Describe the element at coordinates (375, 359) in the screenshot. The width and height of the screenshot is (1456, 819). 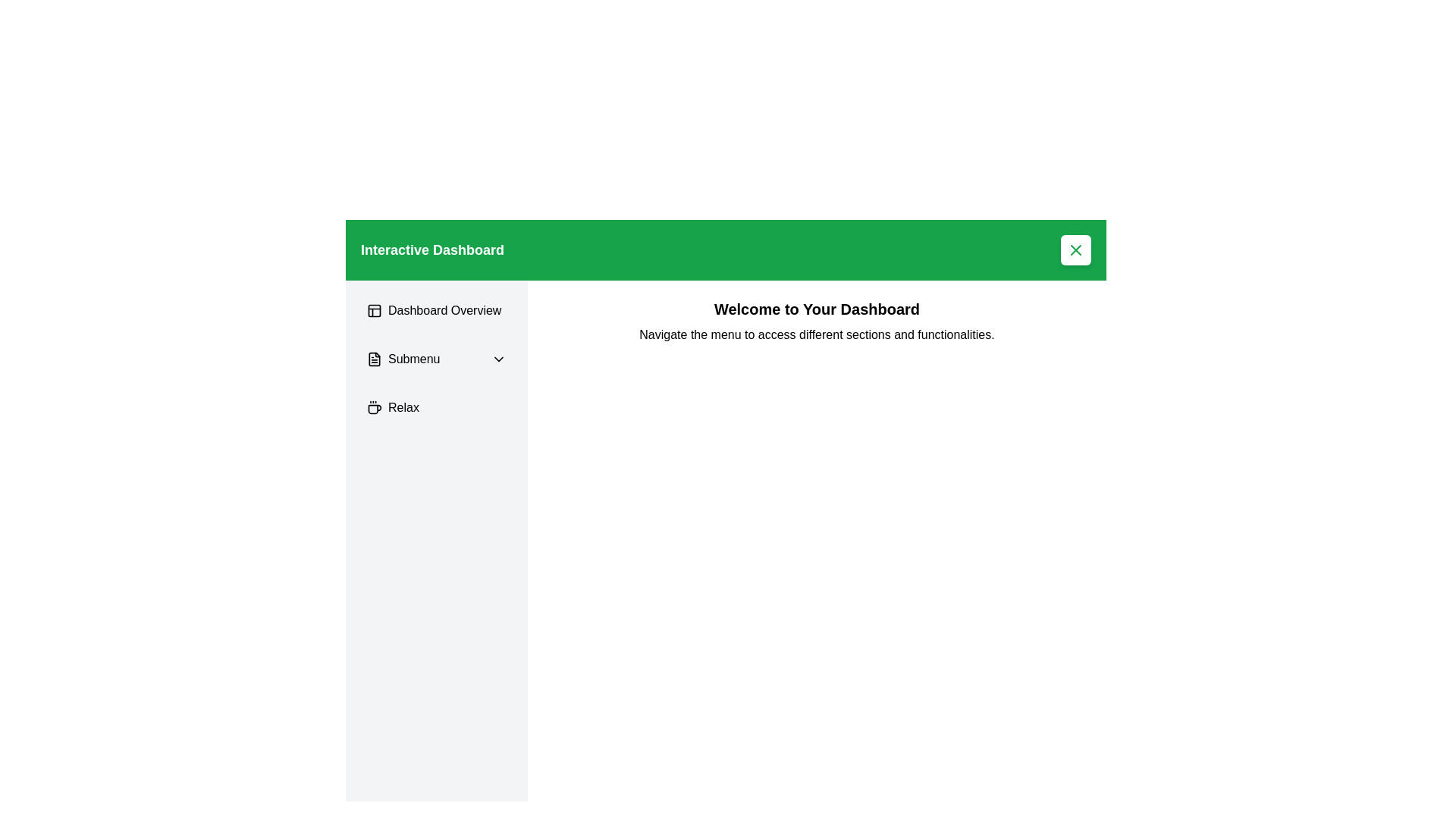
I see `the 'Submenu' icon located in the vertical sidebar menu, which is directly to the left of the text 'Submenu'` at that location.